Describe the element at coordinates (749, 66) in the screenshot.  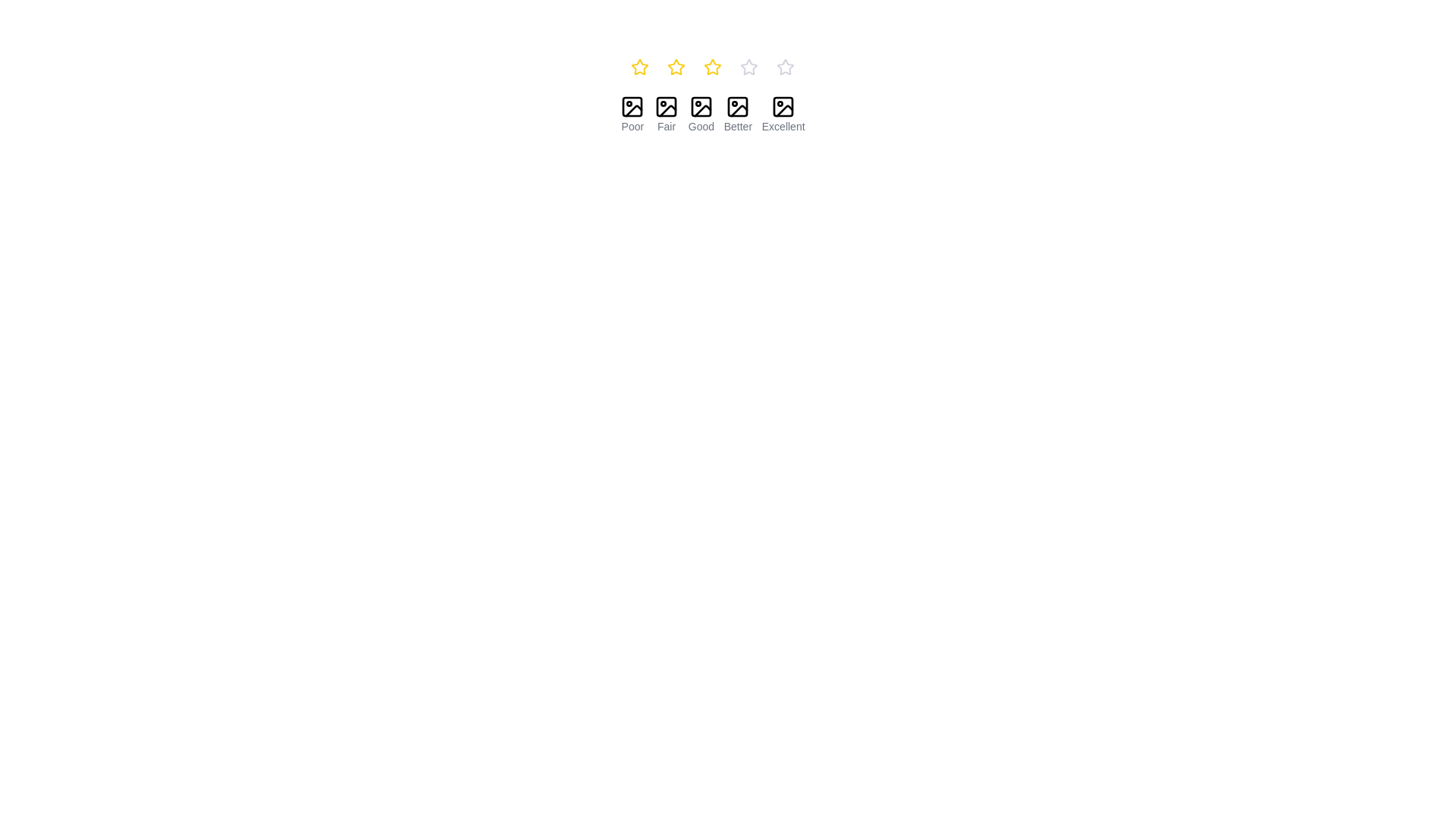
I see `the fourth star icon in the star rating` at that location.